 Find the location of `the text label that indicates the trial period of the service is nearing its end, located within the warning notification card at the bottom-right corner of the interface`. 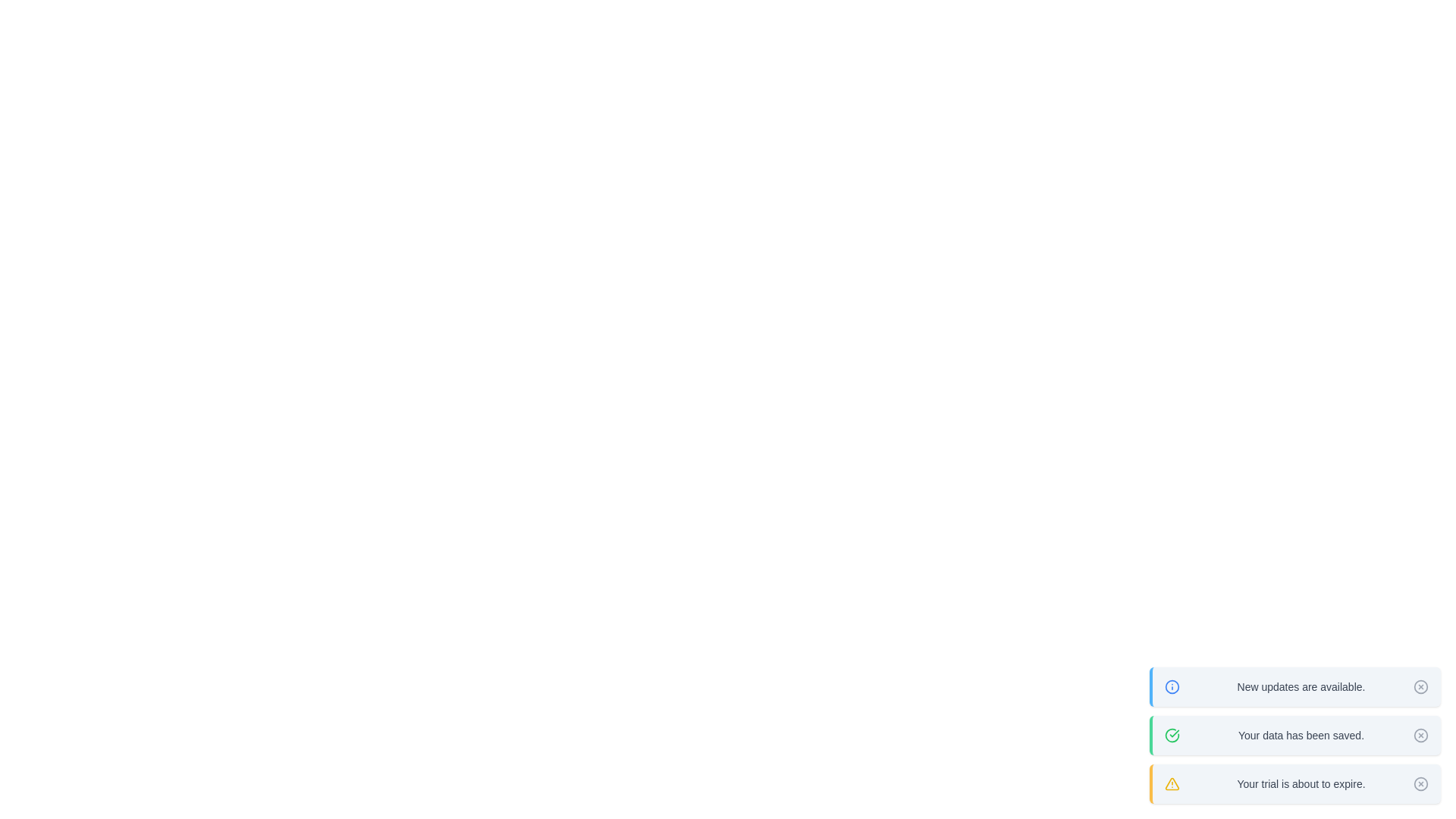

the text label that indicates the trial period of the service is nearing its end, located within the warning notification card at the bottom-right corner of the interface is located at coordinates (1301, 783).